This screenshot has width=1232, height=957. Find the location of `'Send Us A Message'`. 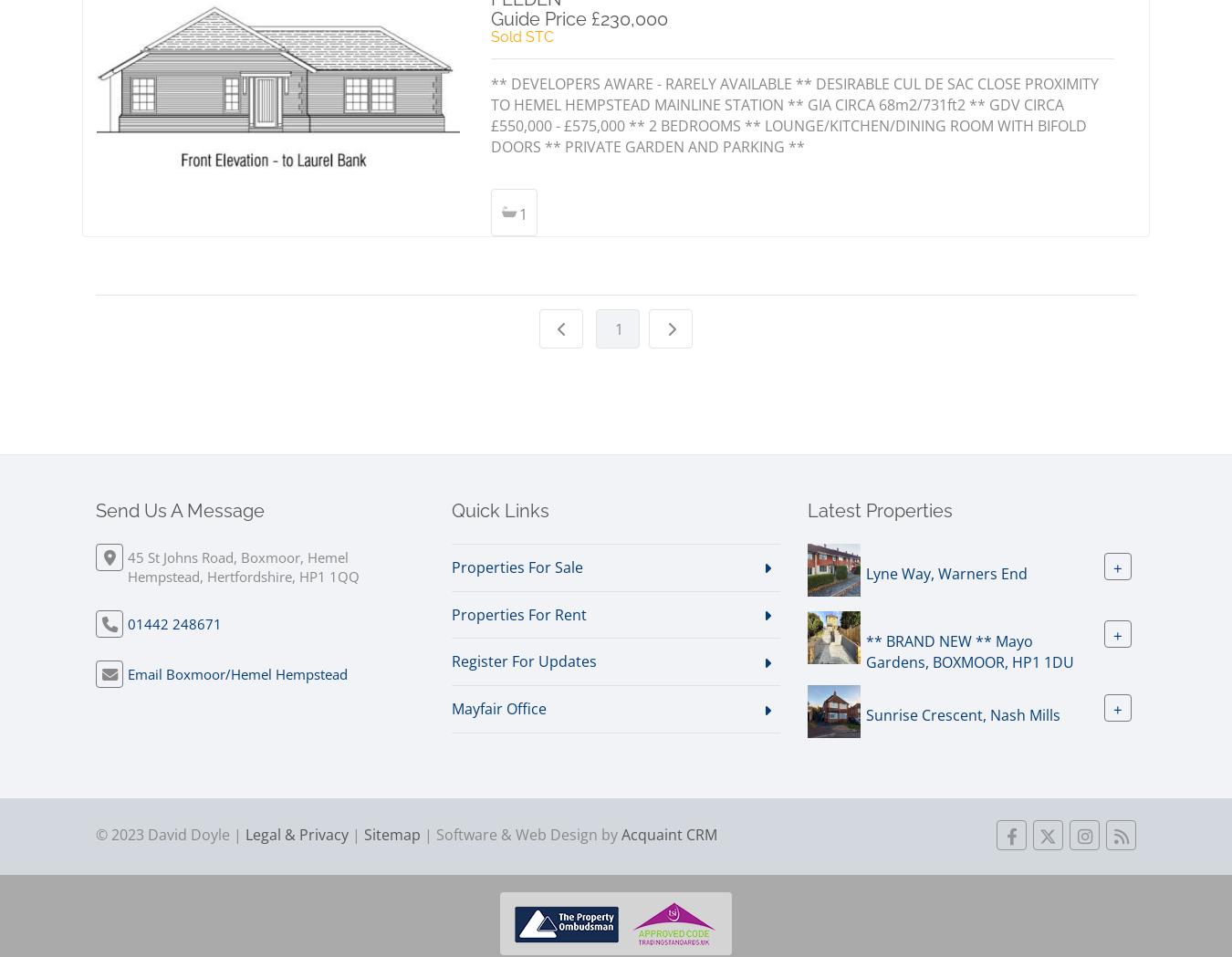

'Send Us A Message' is located at coordinates (180, 510).